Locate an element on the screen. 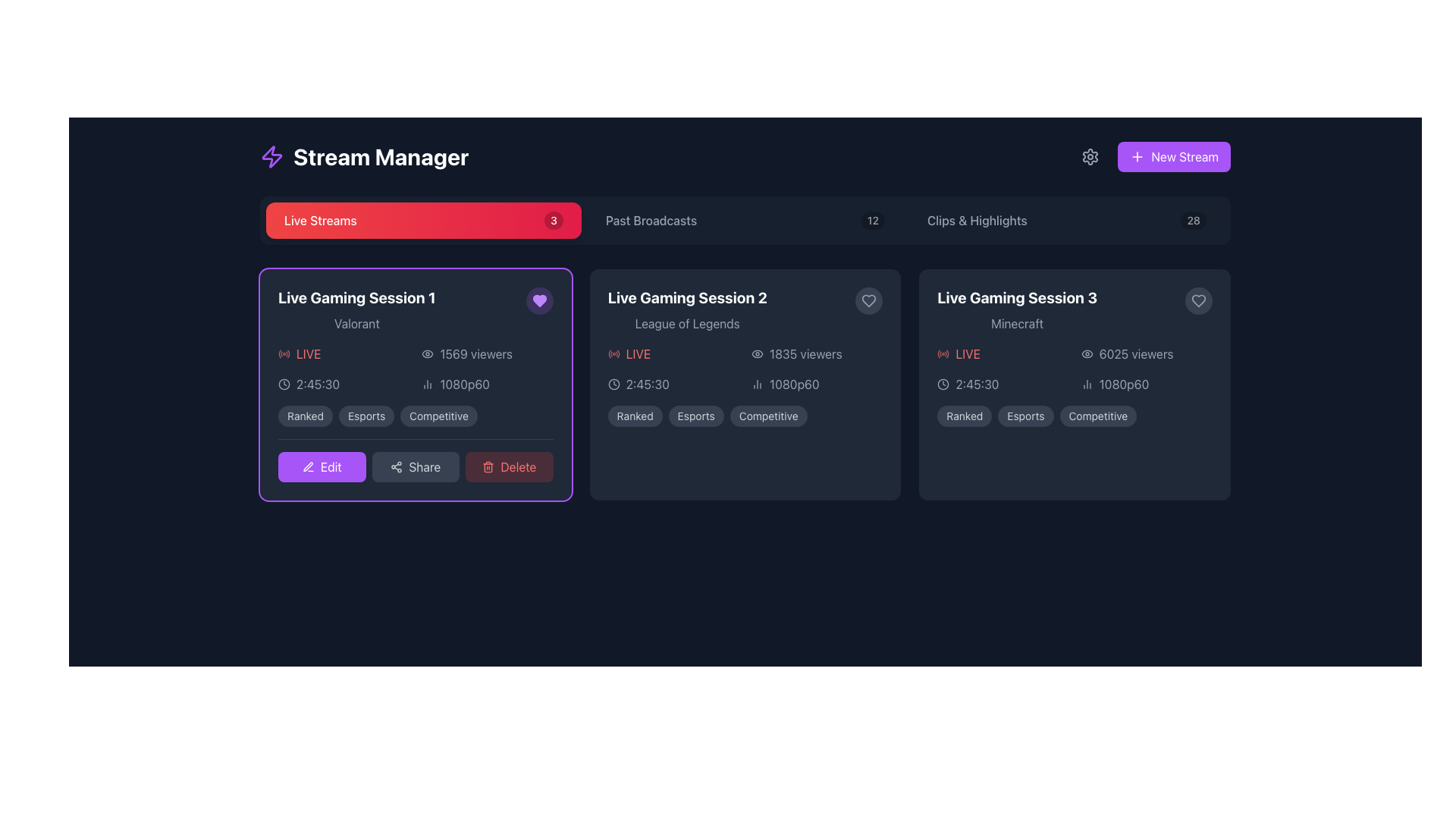 The image size is (1456, 819). the 'Clips & Highlights' tab, which is the third tab in a row of three is located at coordinates (1065, 220).